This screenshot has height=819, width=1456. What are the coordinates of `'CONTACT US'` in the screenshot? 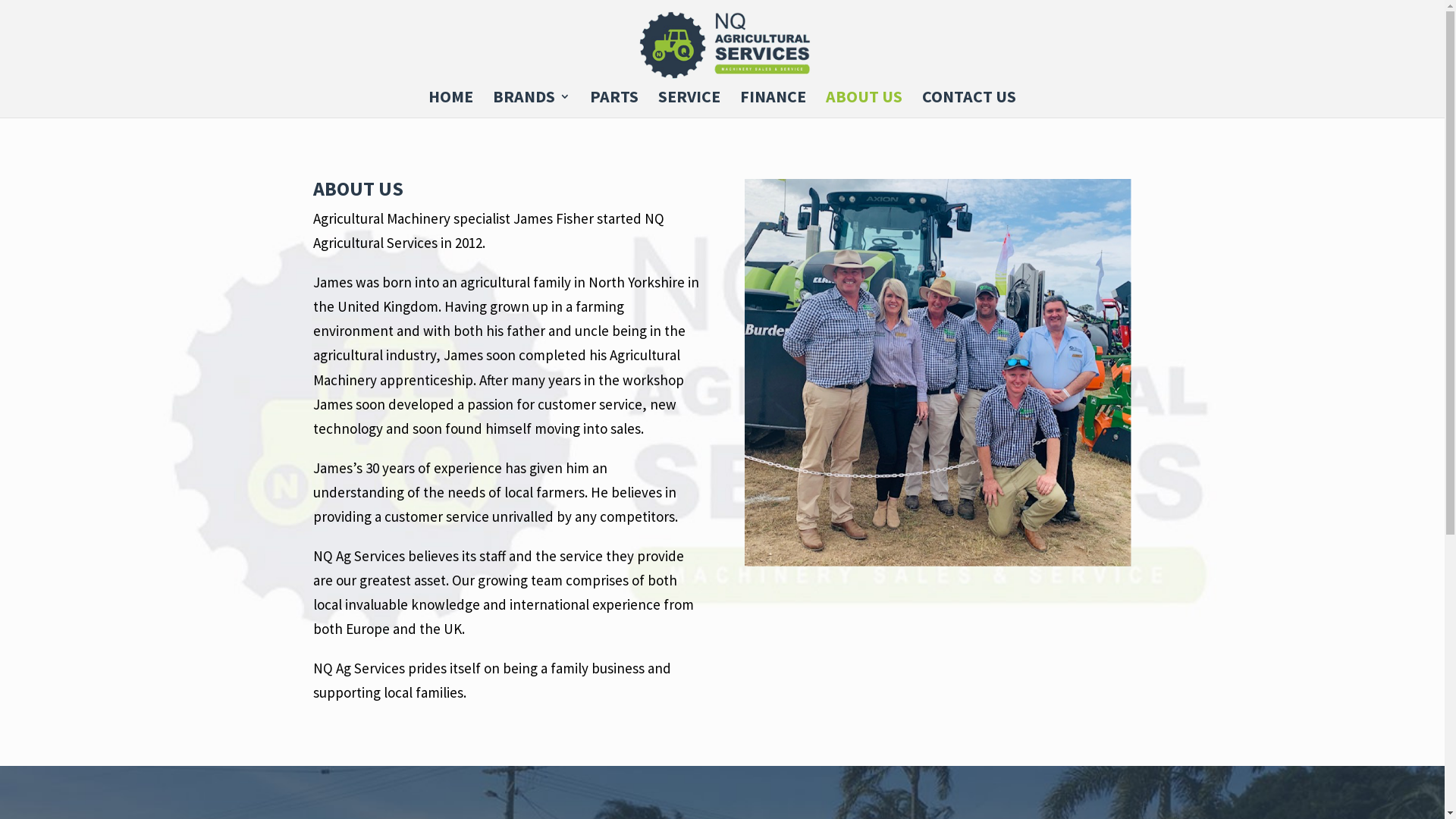 It's located at (921, 103).